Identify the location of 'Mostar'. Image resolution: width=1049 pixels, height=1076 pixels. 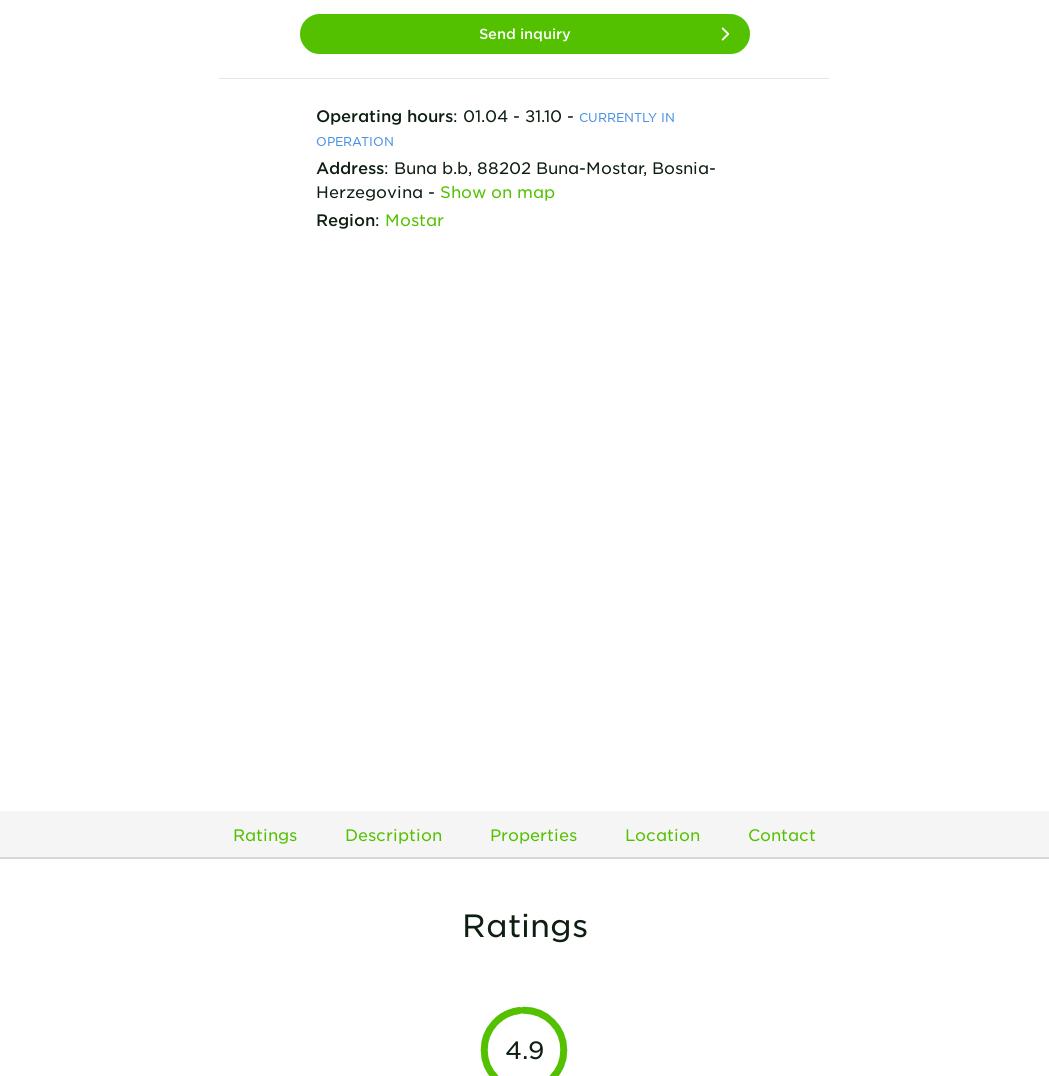
(384, 216).